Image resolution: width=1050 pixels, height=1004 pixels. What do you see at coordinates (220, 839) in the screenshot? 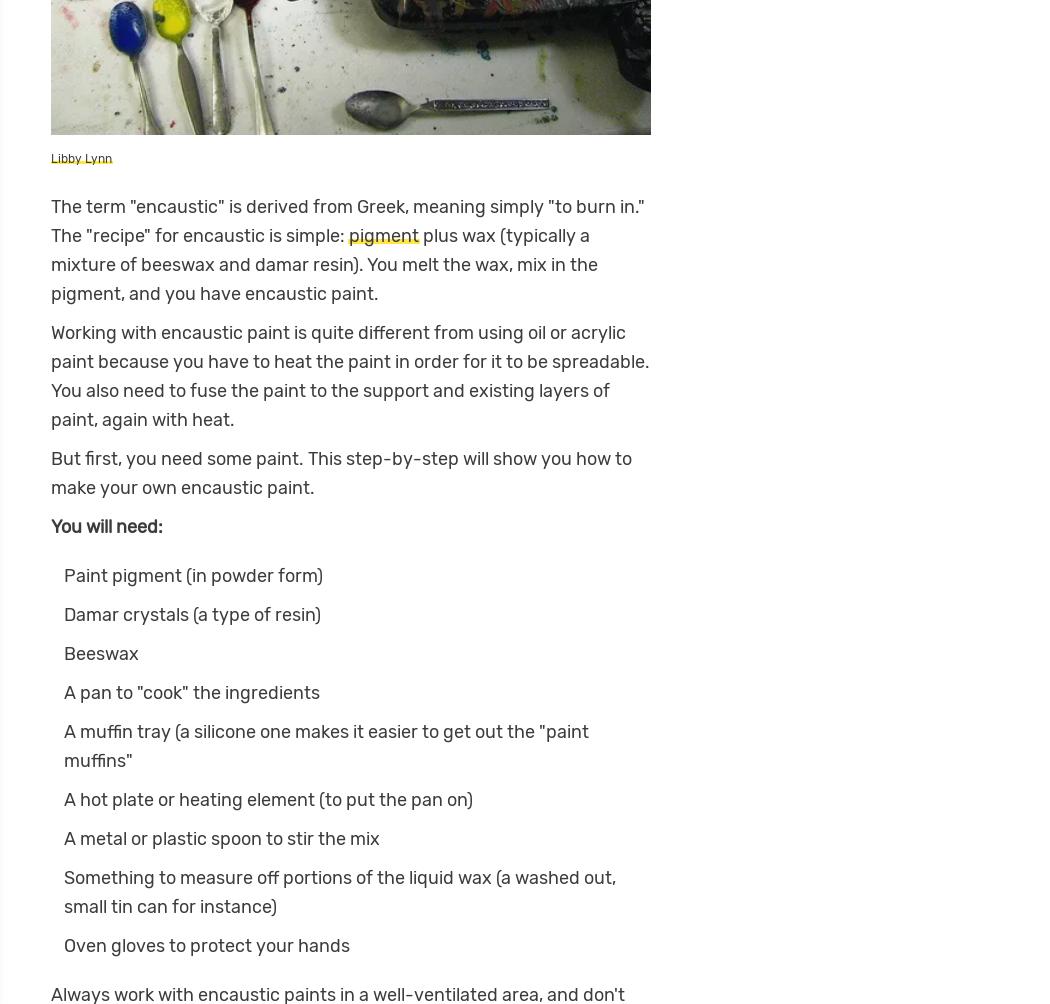
I see `'A metal or plastic spoon to stir the mix'` at bounding box center [220, 839].